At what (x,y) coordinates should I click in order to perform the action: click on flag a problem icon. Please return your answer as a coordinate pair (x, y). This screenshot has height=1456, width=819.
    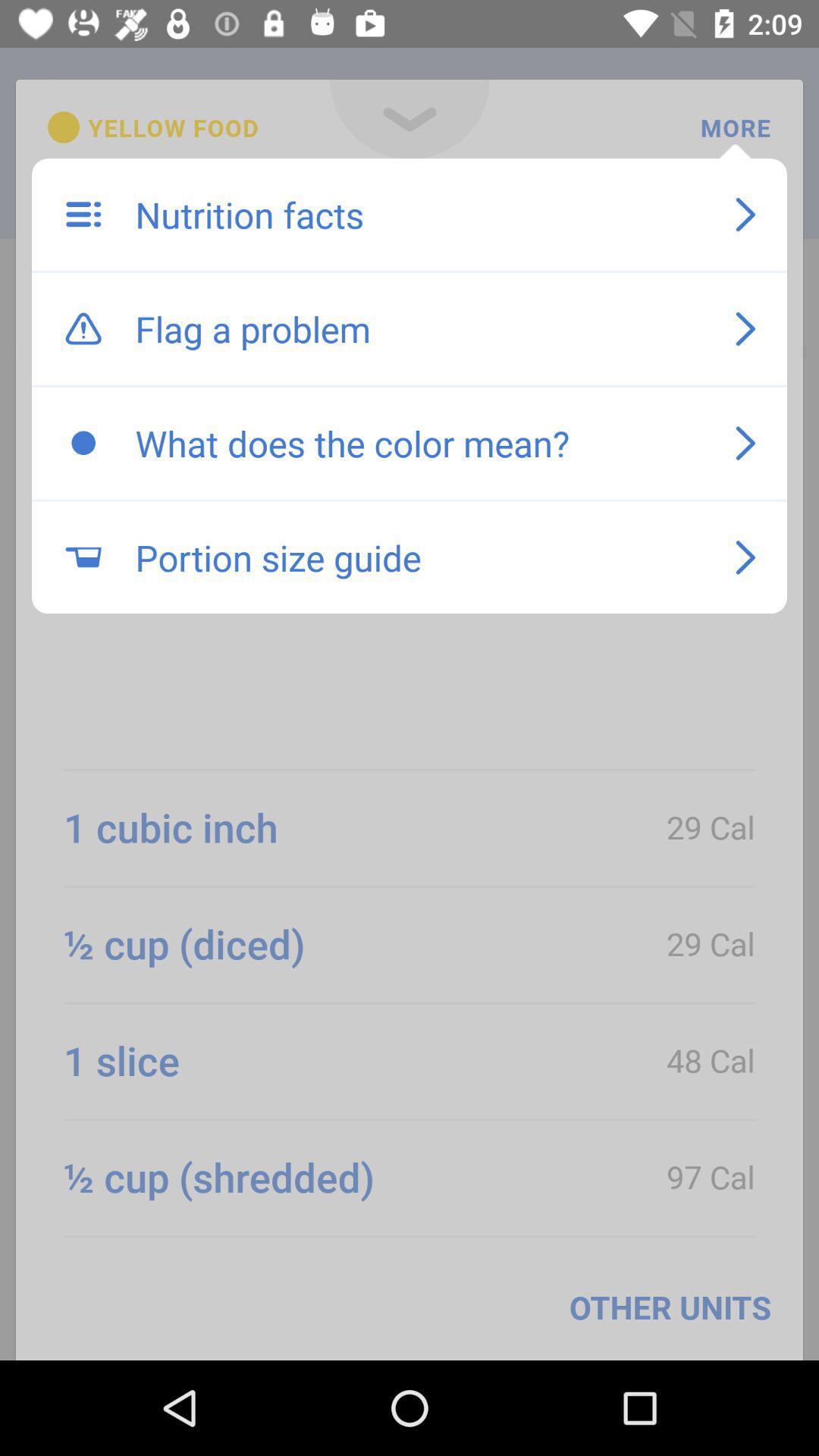
    Looking at the image, I should click on (419, 328).